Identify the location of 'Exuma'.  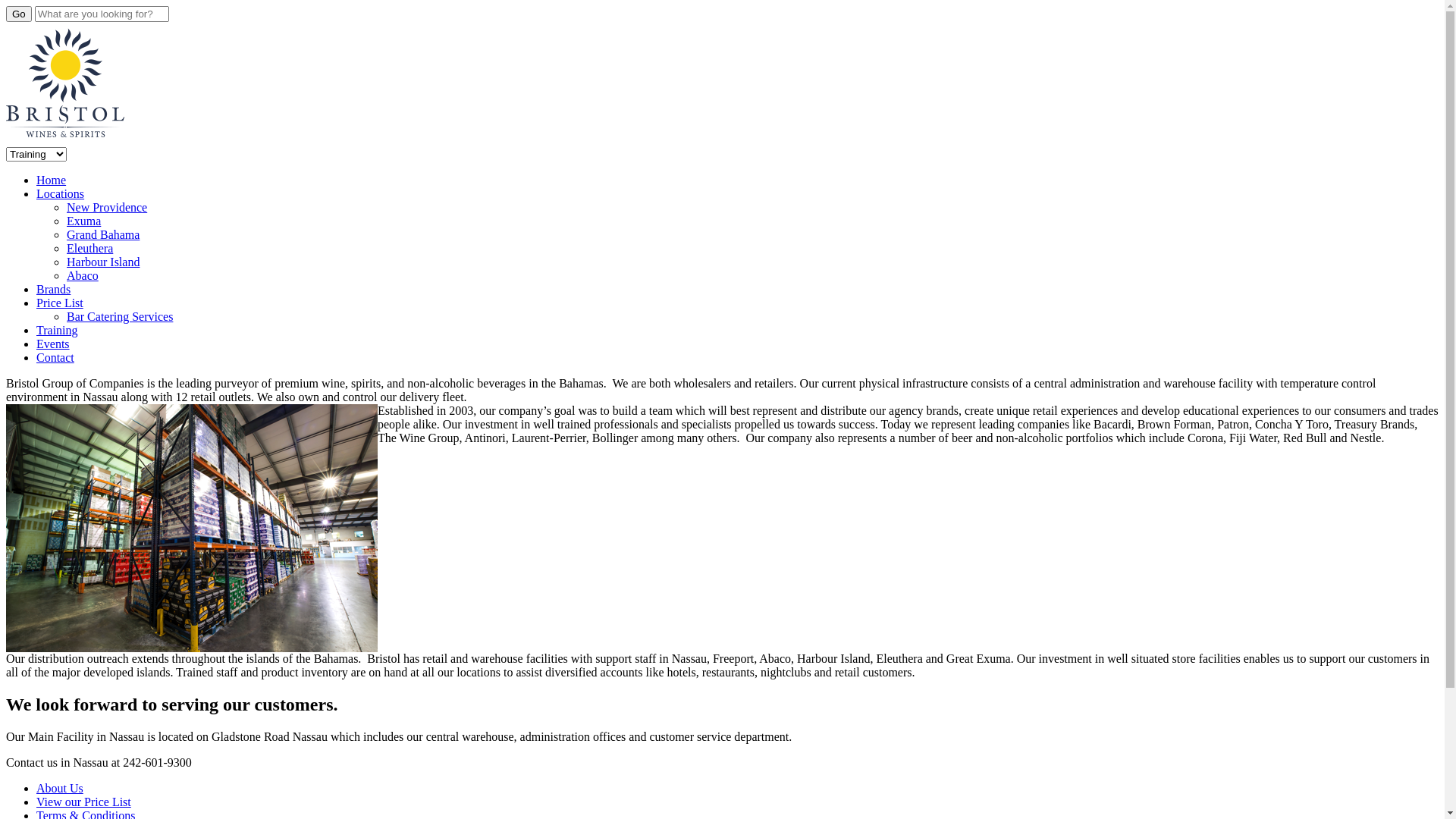
(83, 221).